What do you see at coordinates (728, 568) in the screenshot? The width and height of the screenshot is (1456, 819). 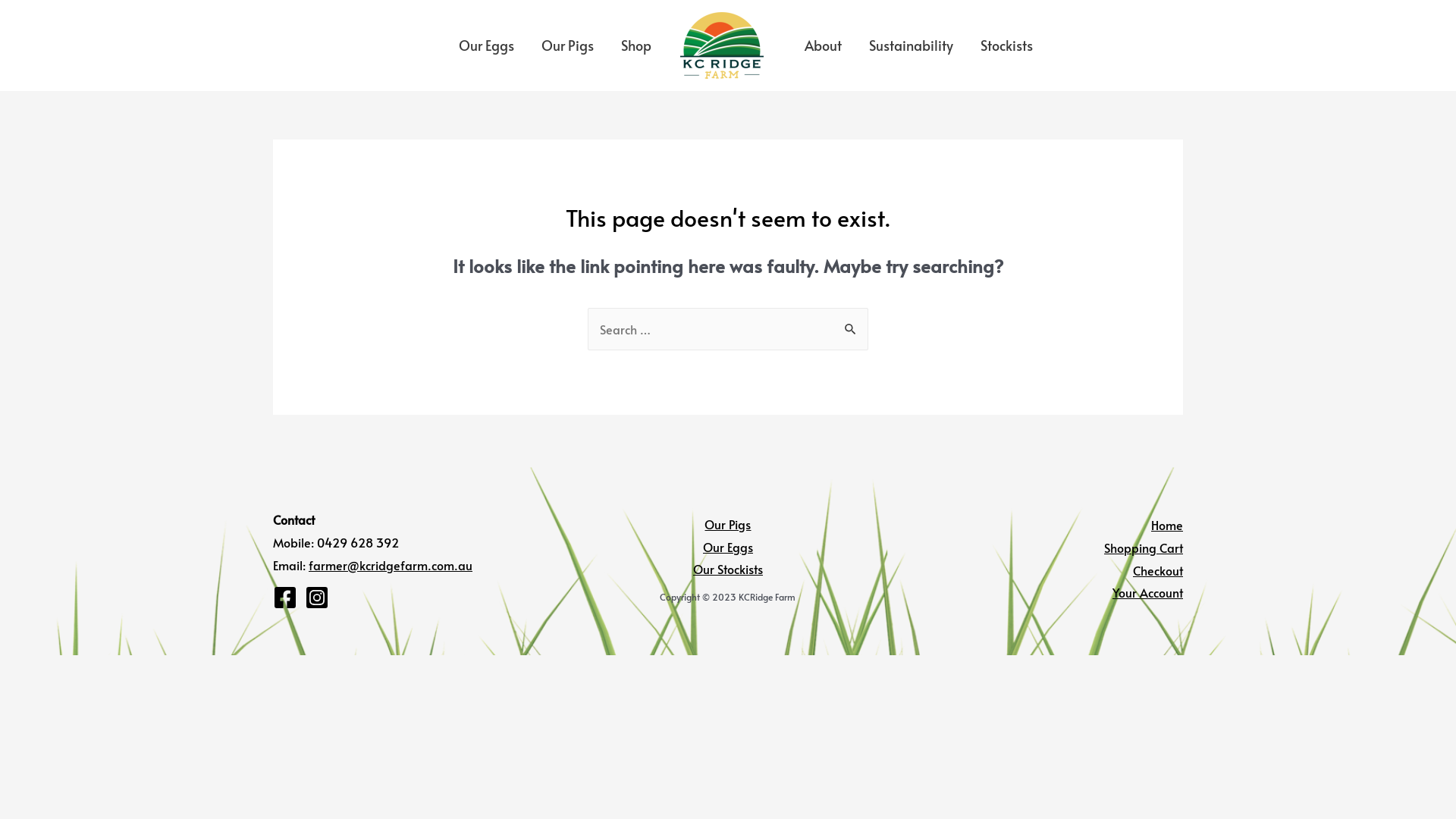 I see `'Our Stockists'` at bounding box center [728, 568].